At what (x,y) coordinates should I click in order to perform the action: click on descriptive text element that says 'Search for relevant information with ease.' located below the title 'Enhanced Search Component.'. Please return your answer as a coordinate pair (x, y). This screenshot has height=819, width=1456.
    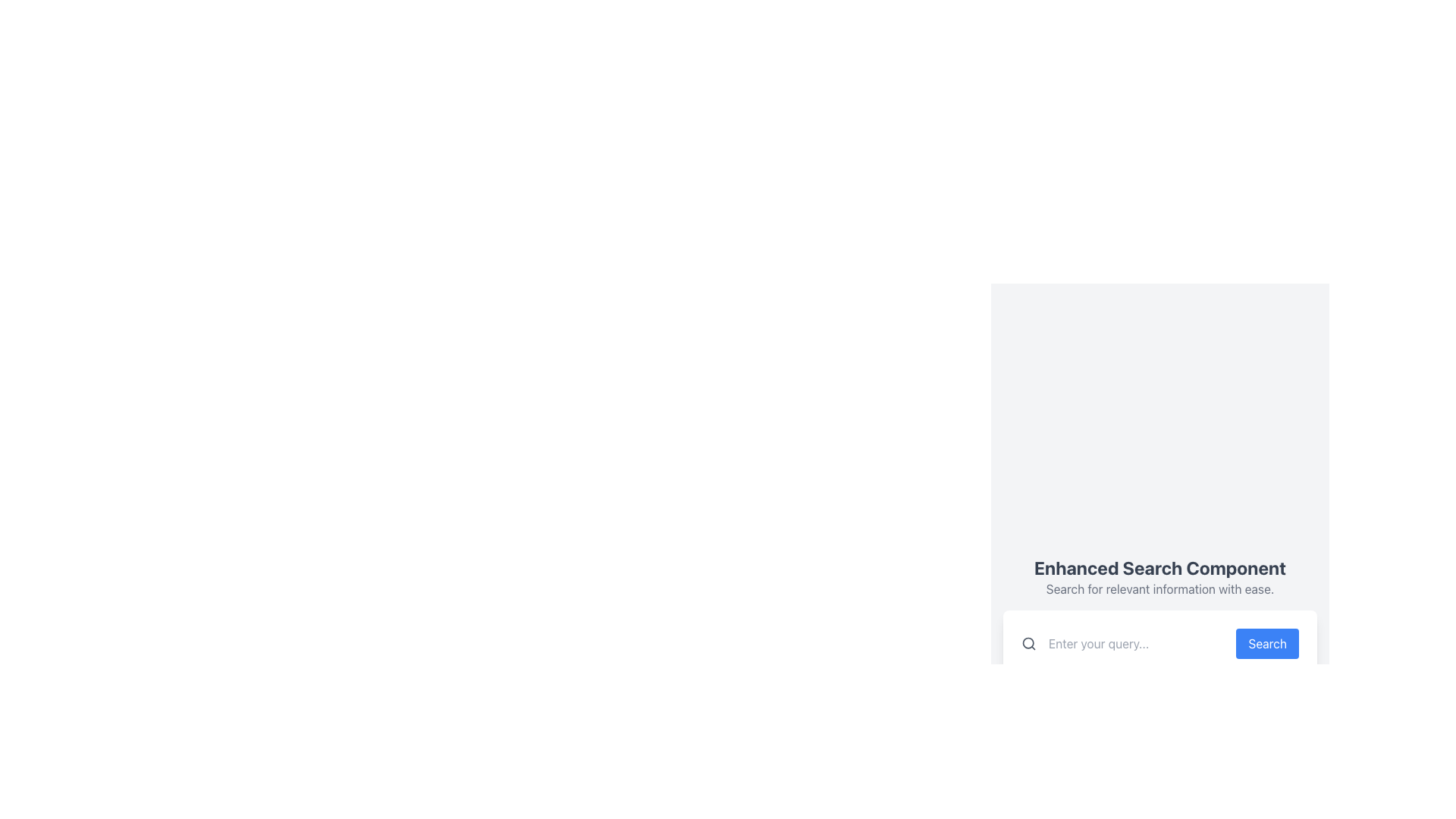
    Looking at the image, I should click on (1159, 588).